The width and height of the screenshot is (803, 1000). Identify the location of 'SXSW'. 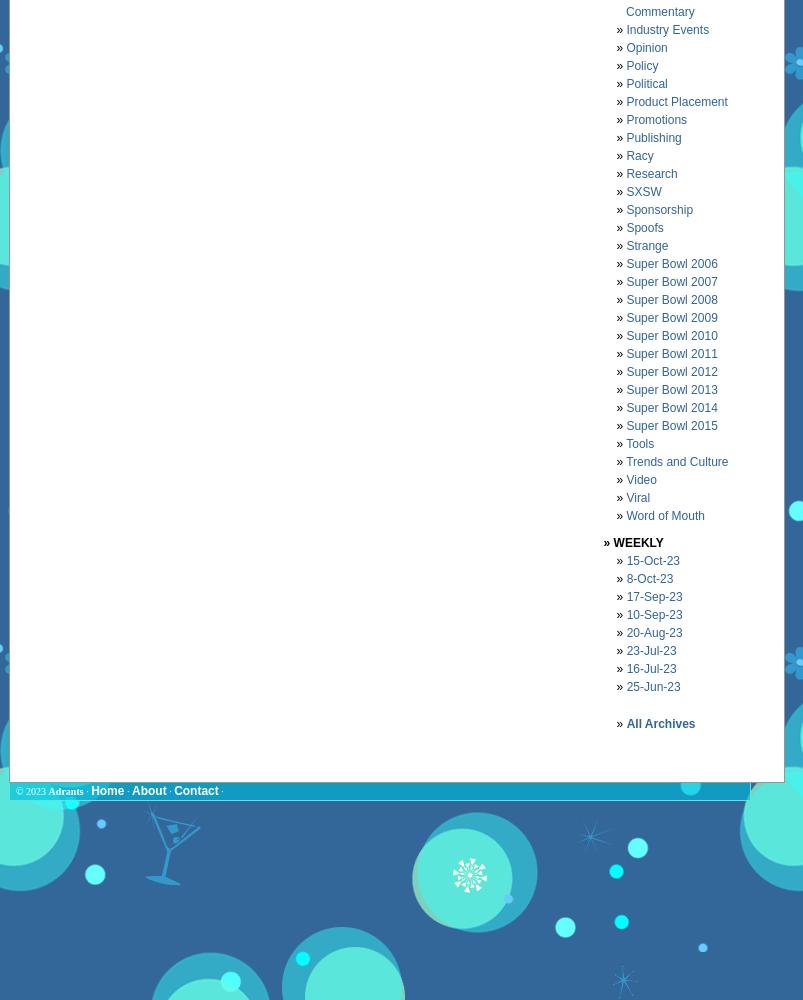
(643, 190).